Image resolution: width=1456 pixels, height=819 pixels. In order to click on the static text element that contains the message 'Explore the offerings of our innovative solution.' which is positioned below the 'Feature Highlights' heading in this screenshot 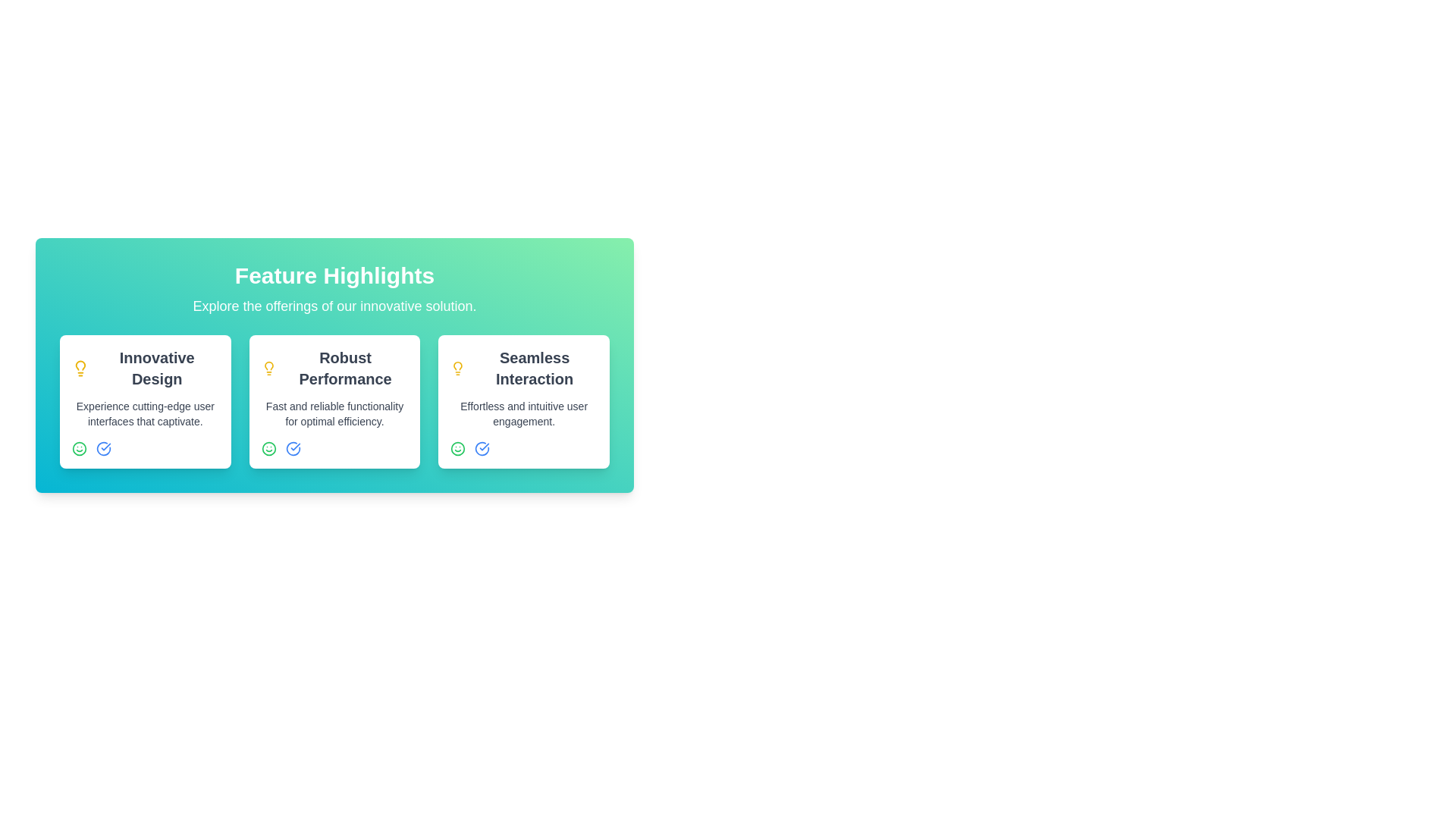, I will do `click(334, 306)`.